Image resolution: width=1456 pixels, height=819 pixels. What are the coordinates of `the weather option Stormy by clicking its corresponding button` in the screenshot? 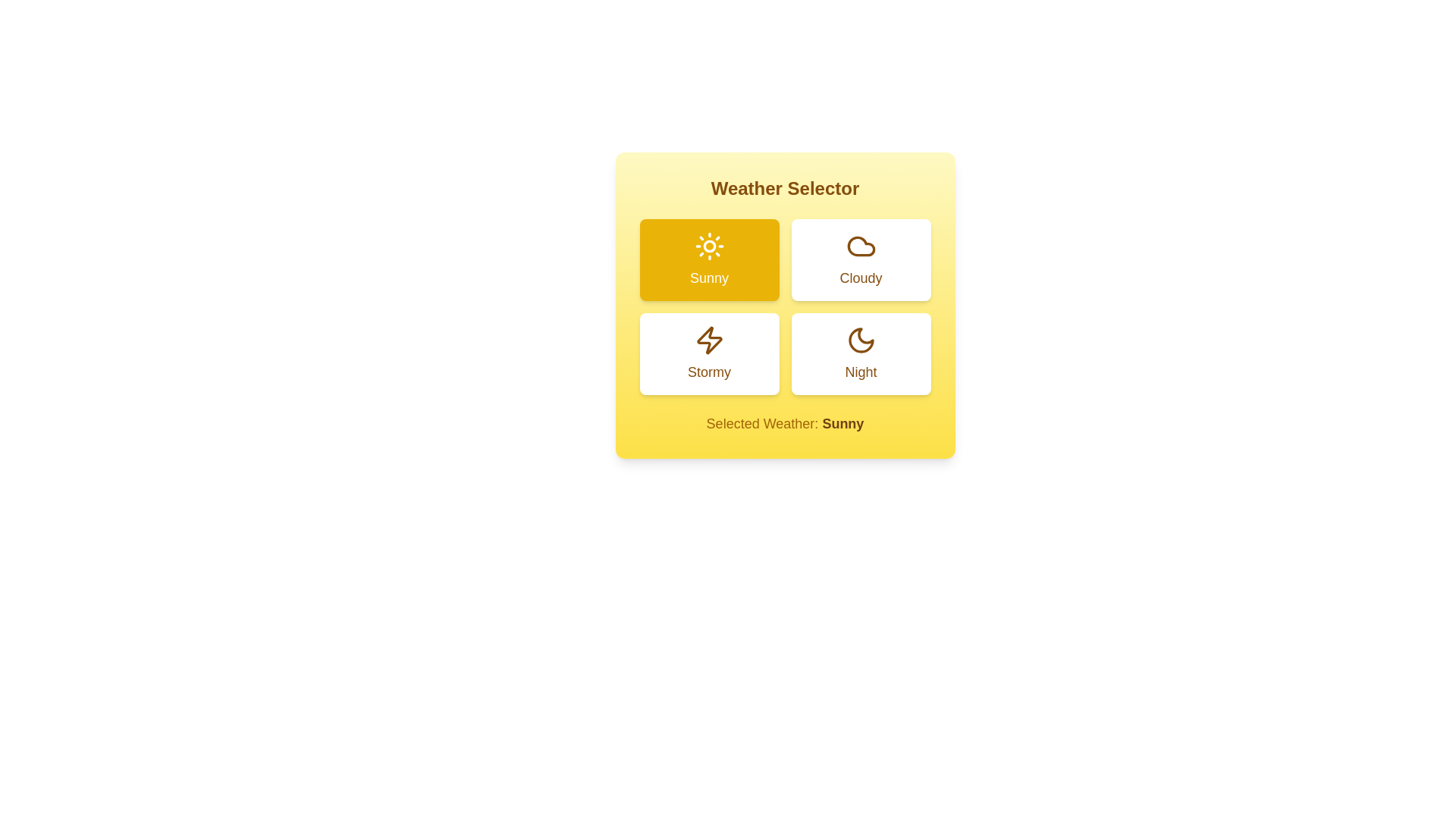 It's located at (708, 353).